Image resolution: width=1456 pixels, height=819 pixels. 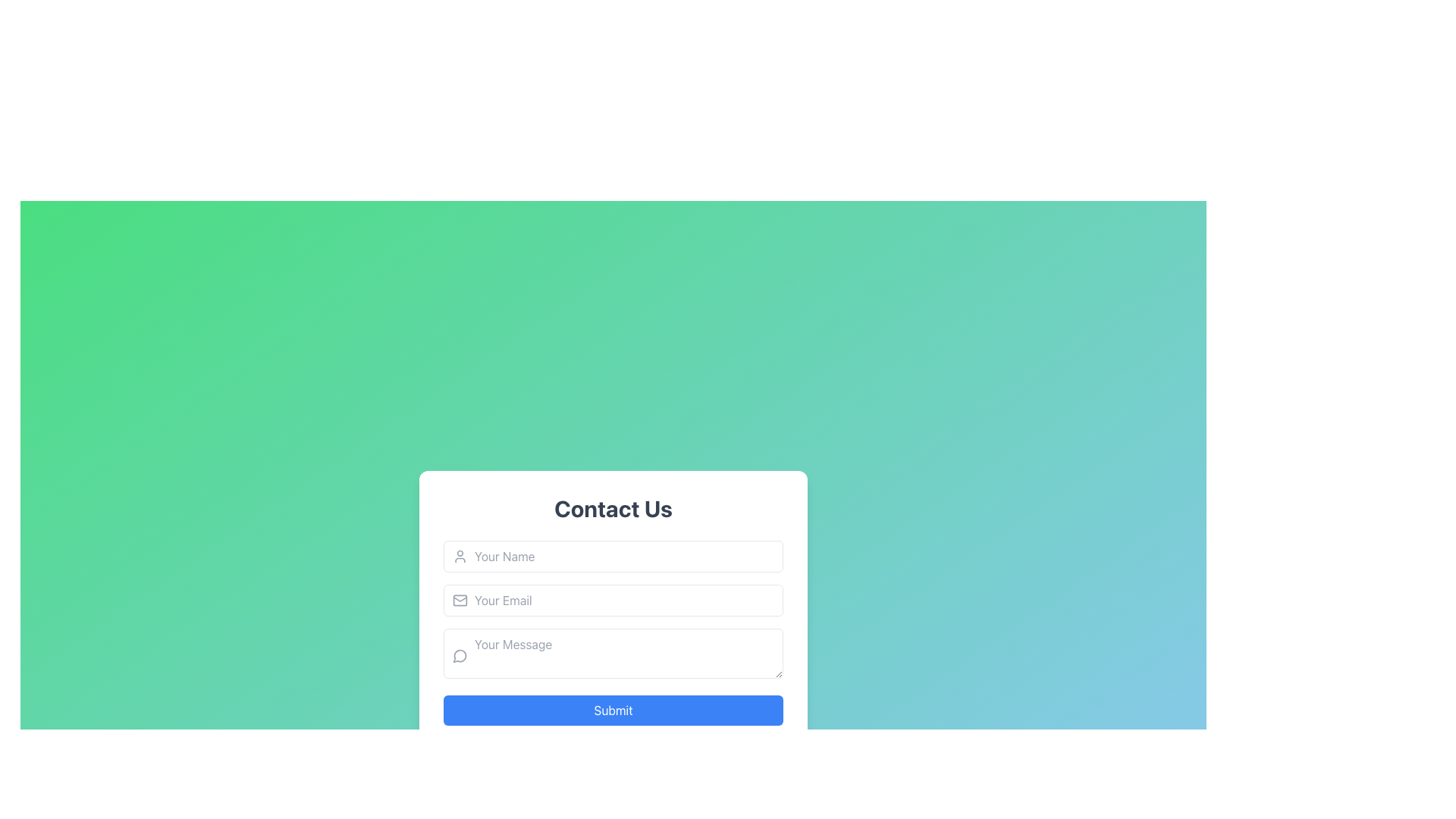 I want to click on the icon representing the 'Your Message' input field in the 'Contact Us' form, which is positioned to the left of the text input area, so click(x=459, y=654).